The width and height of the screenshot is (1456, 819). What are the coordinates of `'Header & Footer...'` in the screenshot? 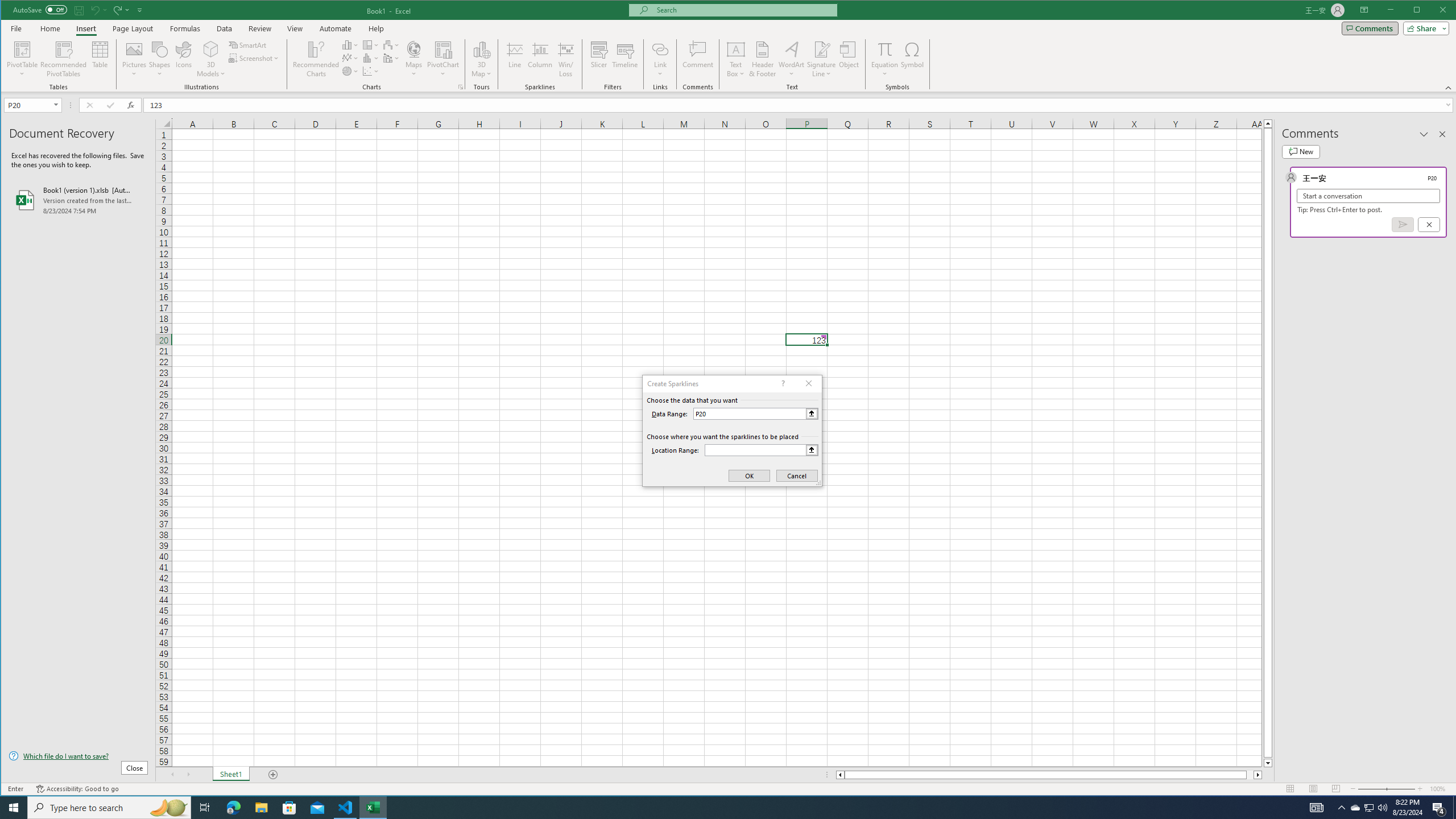 It's located at (763, 59).